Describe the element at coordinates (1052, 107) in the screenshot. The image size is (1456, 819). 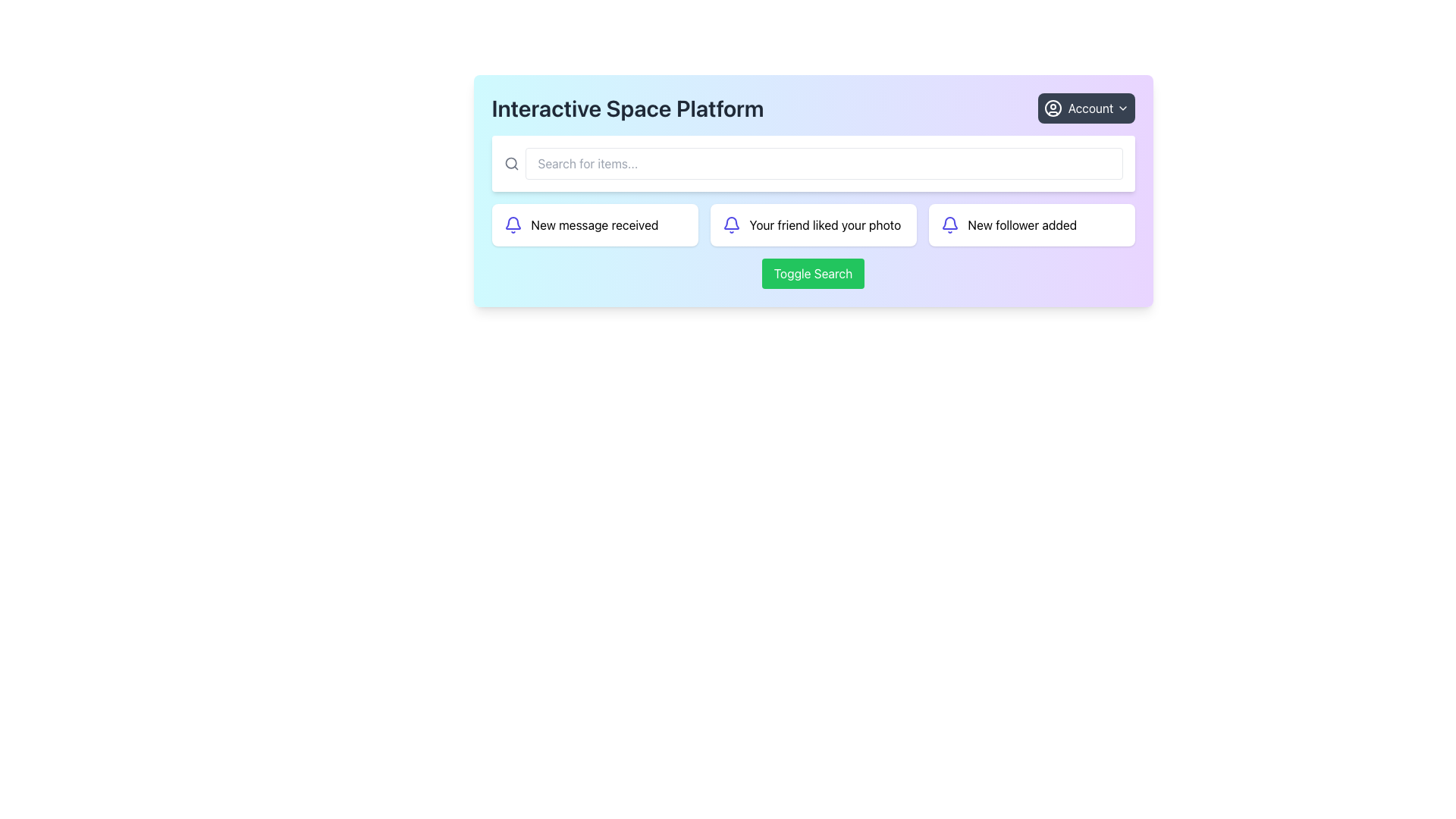
I see `the decorative SVG circle element representing a user profile icon in the 'Account' section at the top-right of the interface` at that location.